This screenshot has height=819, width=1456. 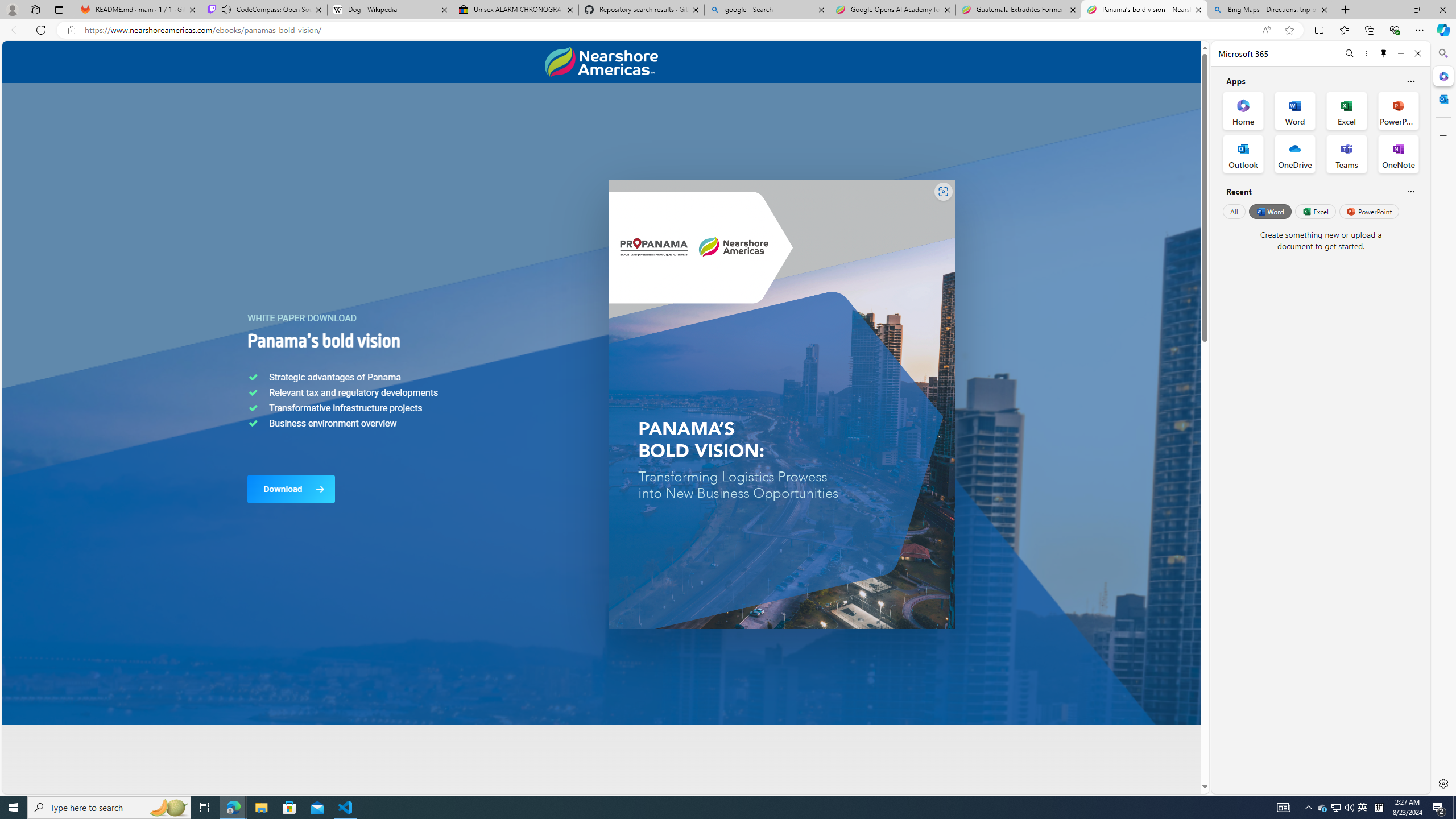 I want to click on 'Excel Office App', so click(x=1347, y=111).